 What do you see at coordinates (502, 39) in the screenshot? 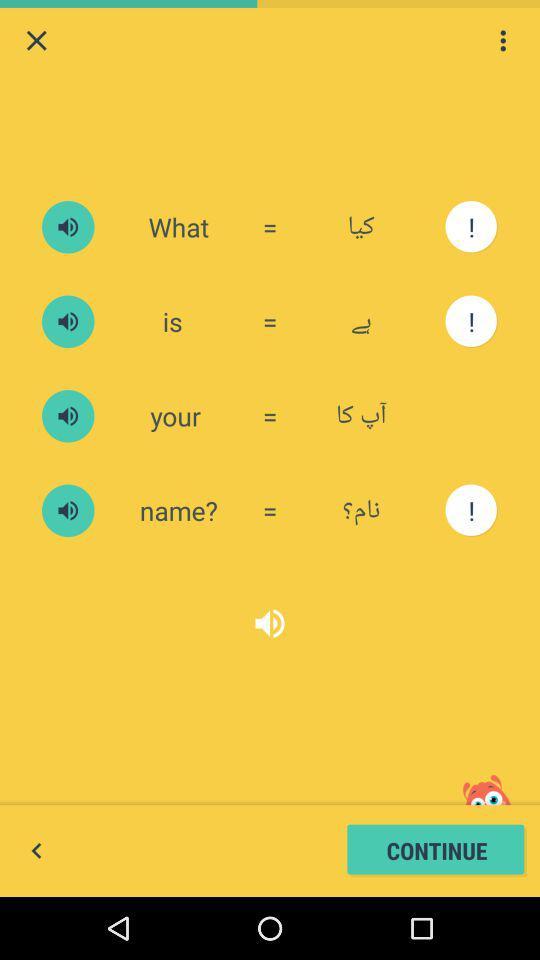
I see `open extra options` at bounding box center [502, 39].